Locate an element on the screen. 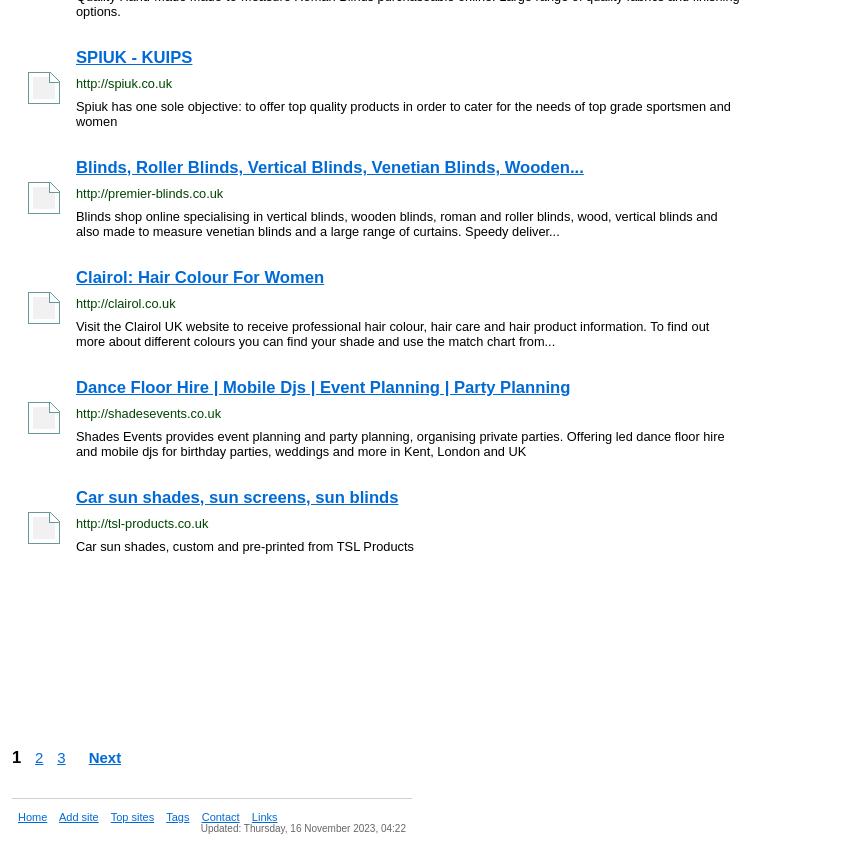 Image resolution: width=864 pixels, height=857 pixels. 'http://spiuk.co.uk' is located at coordinates (122, 83).